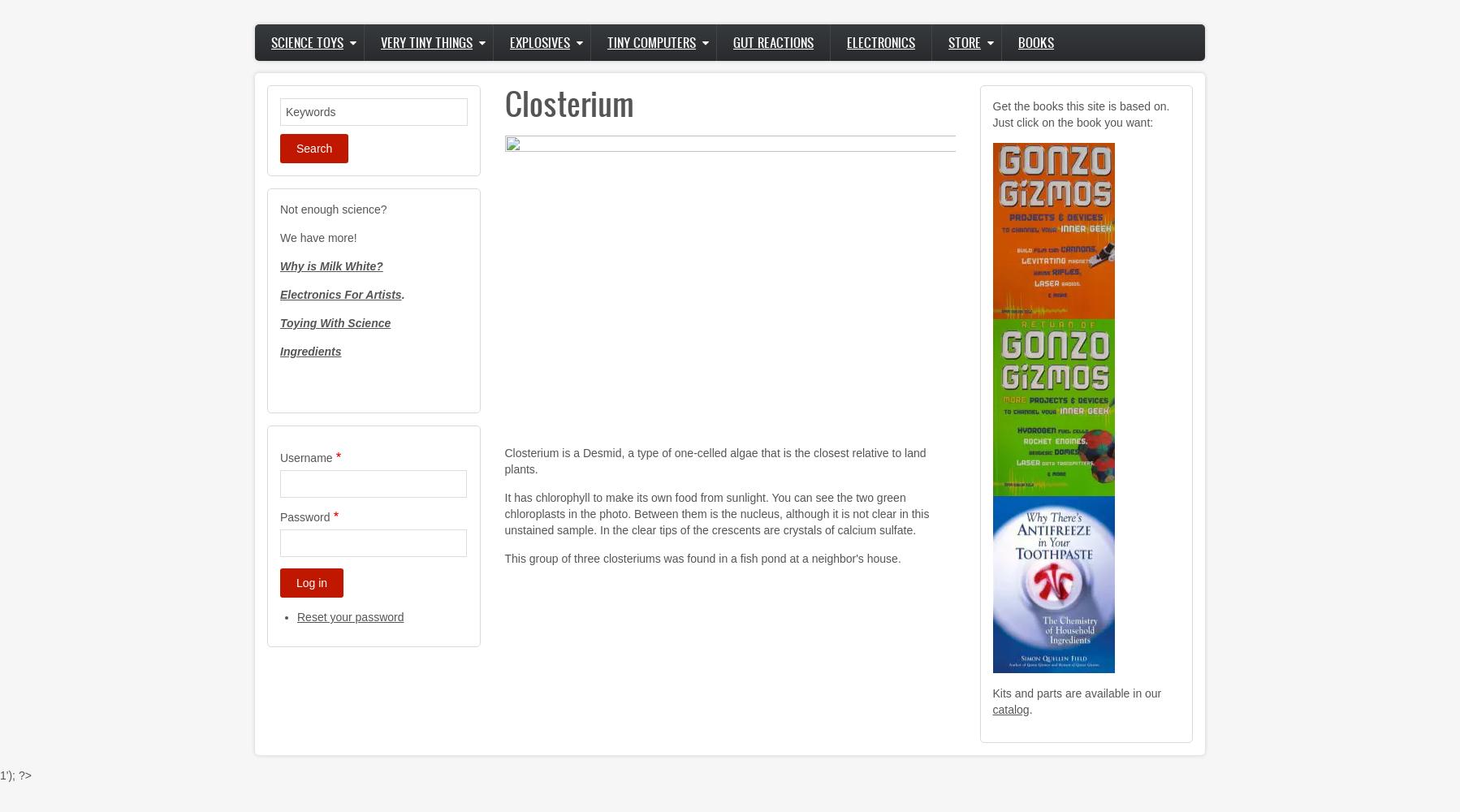 The width and height of the screenshot is (1460, 812). What do you see at coordinates (330, 266) in the screenshot?
I see `'Why is Milk White?'` at bounding box center [330, 266].